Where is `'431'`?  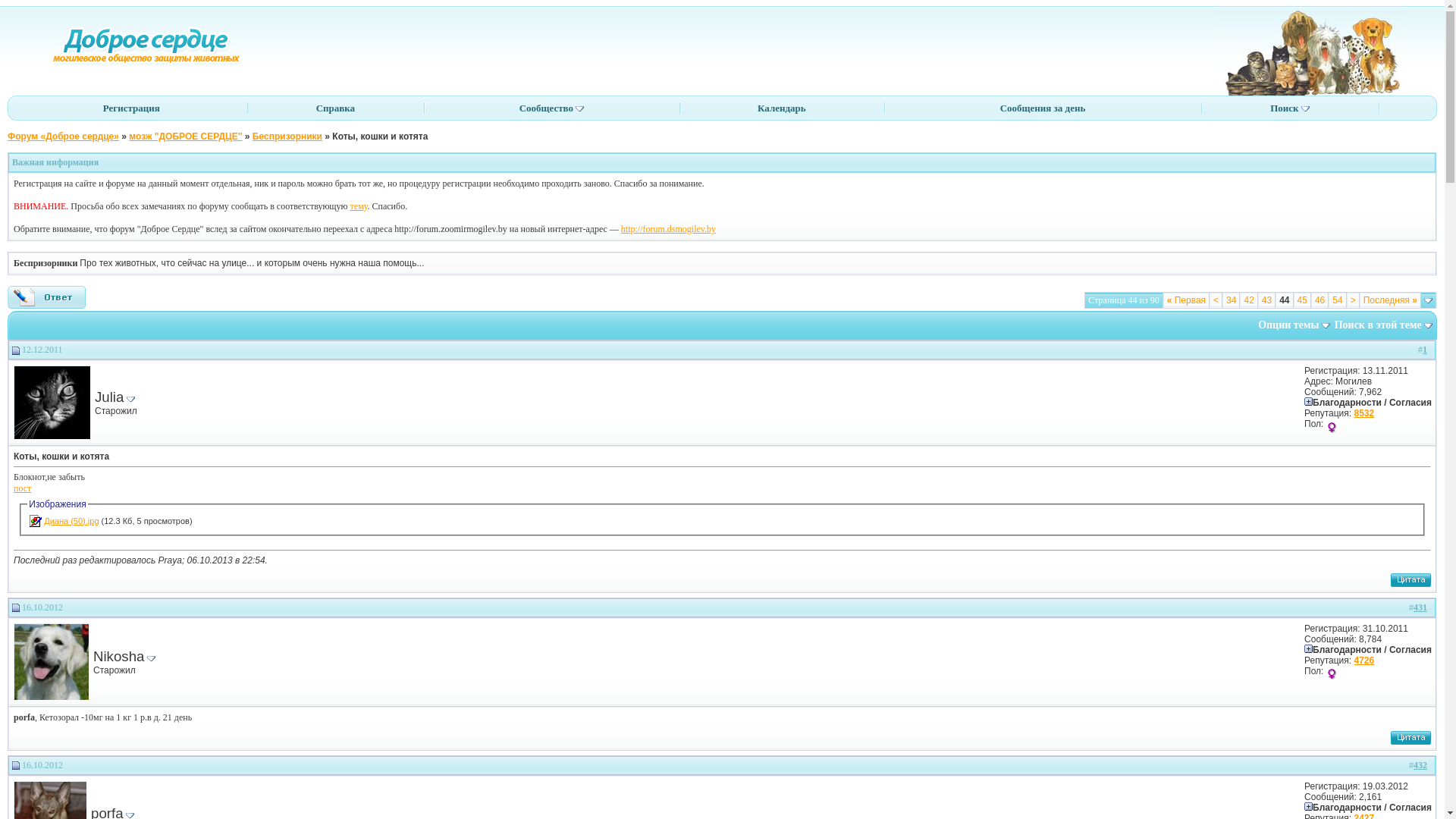 '431' is located at coordinates (1419, 607).